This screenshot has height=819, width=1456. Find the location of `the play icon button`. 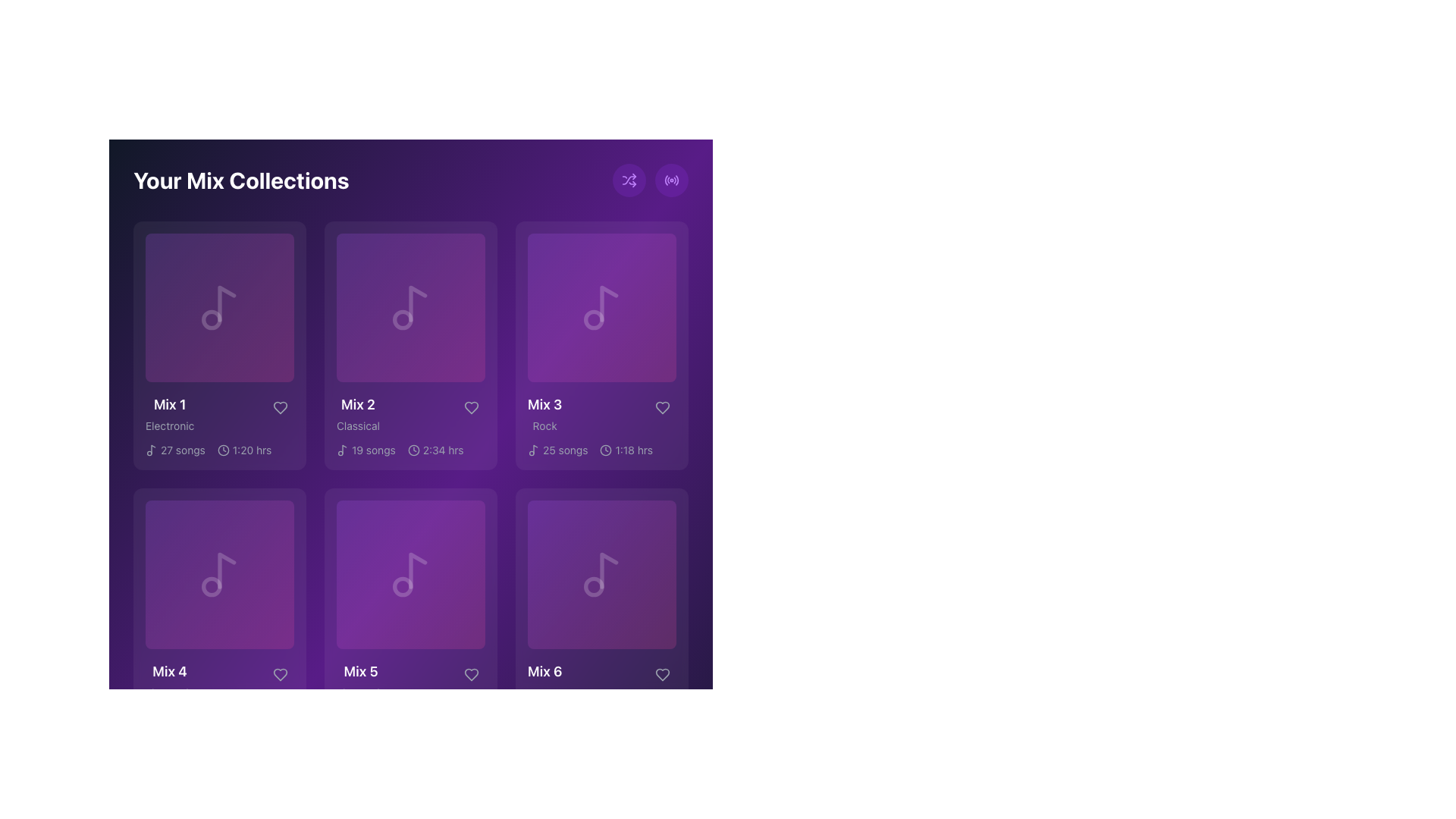

the play icon button is located at coordinates (601, 307).